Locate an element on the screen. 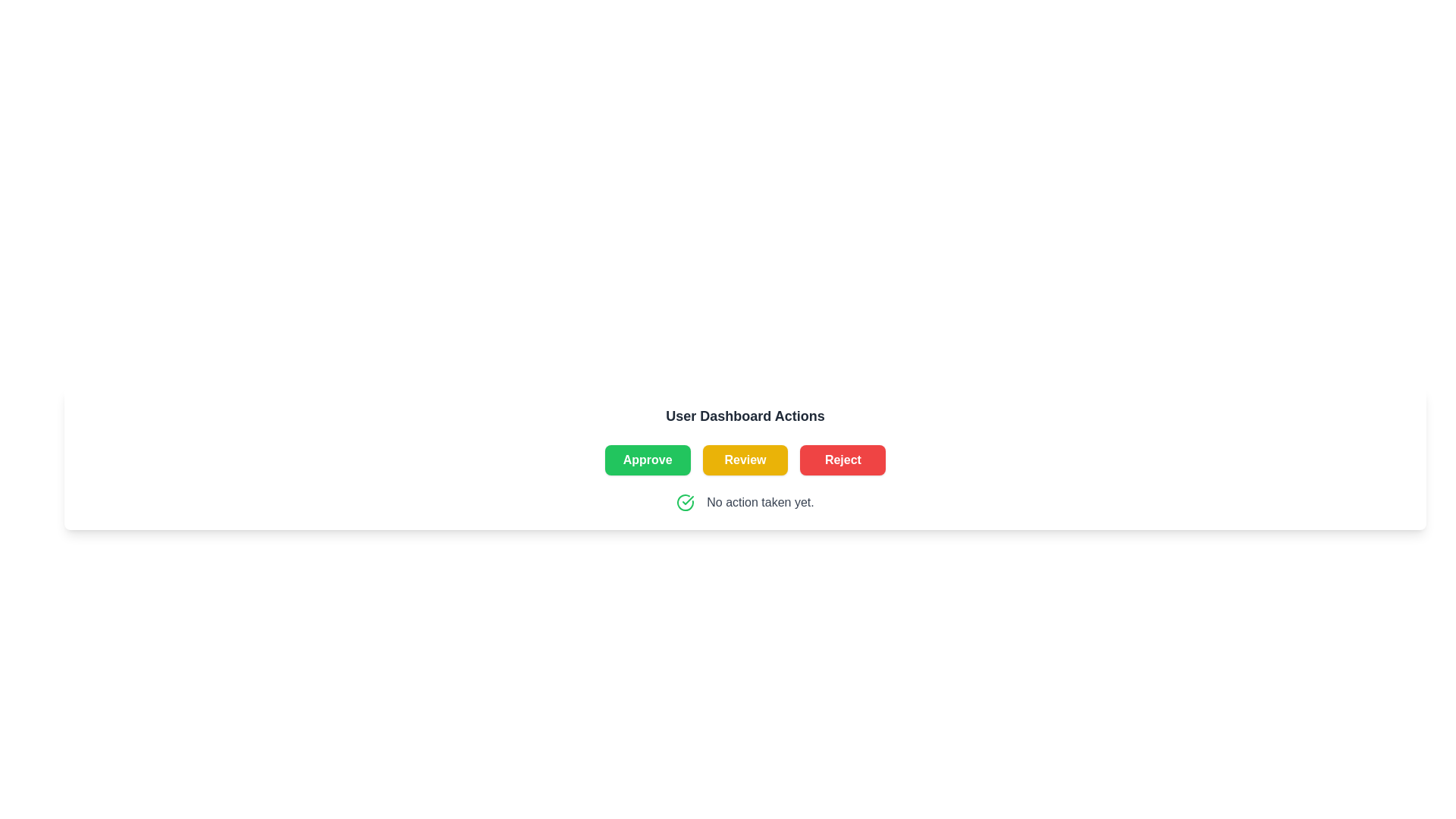 This screenshot has height=819, width=1456. the text label displaying 'User Dashboard Actions' which is styled in bold and larger font, located at the top of the section containing action buttons and additional informational text is located at coordinates (745, 416).